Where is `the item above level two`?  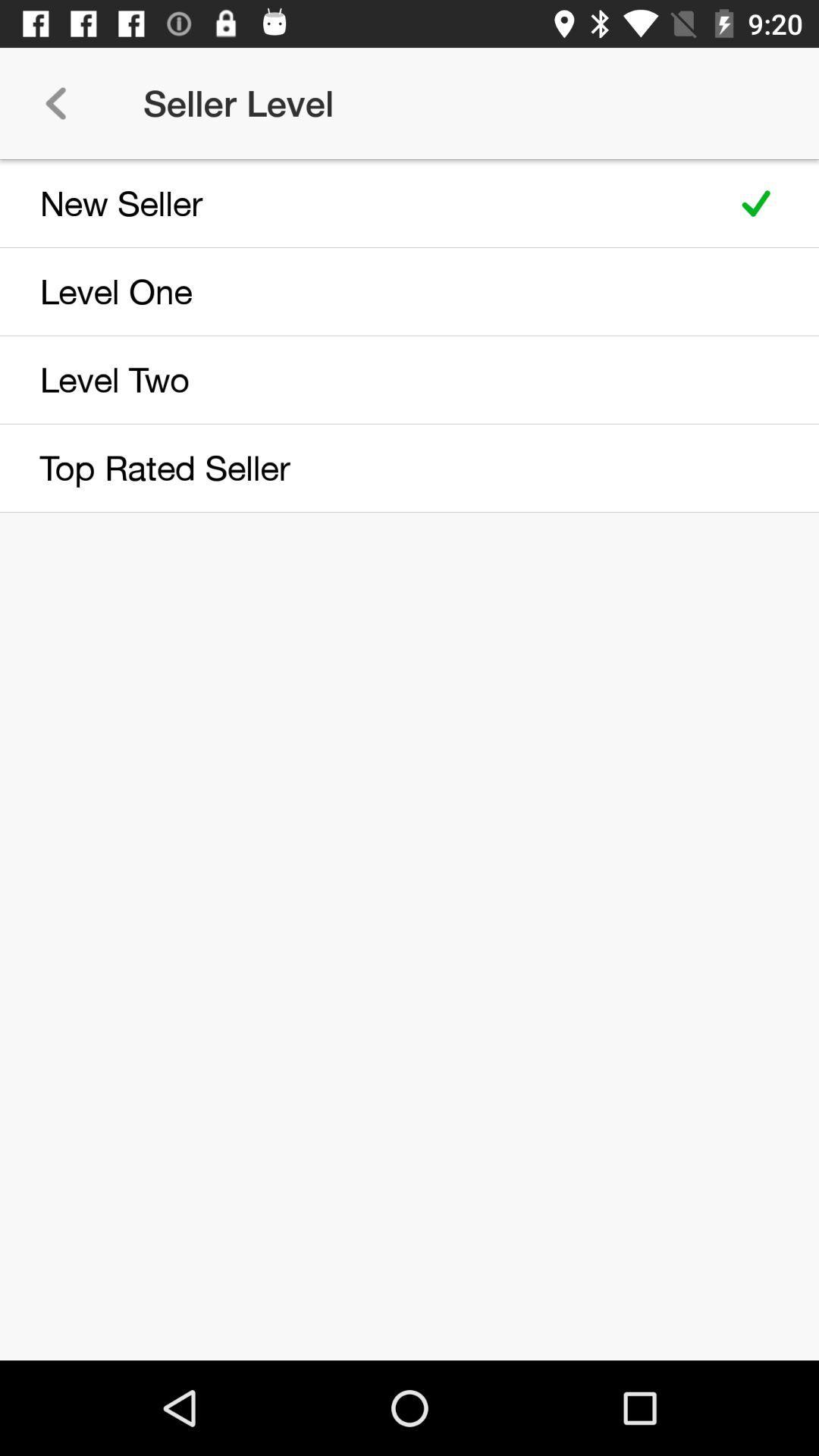
the item above level two is located at coordinates (358, 291).